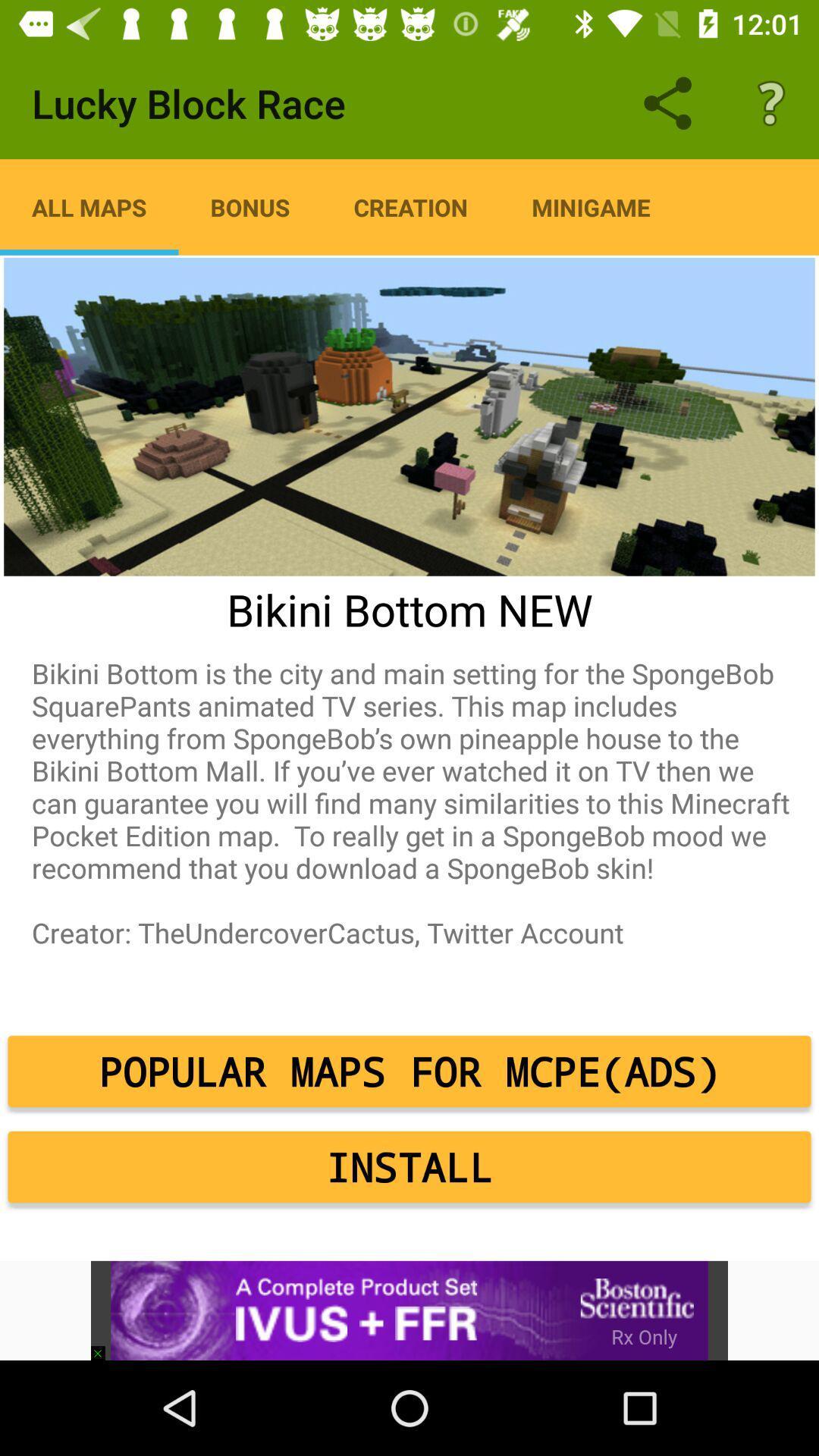  I want to click on the icon to the left of the creation, so click(249, 206).